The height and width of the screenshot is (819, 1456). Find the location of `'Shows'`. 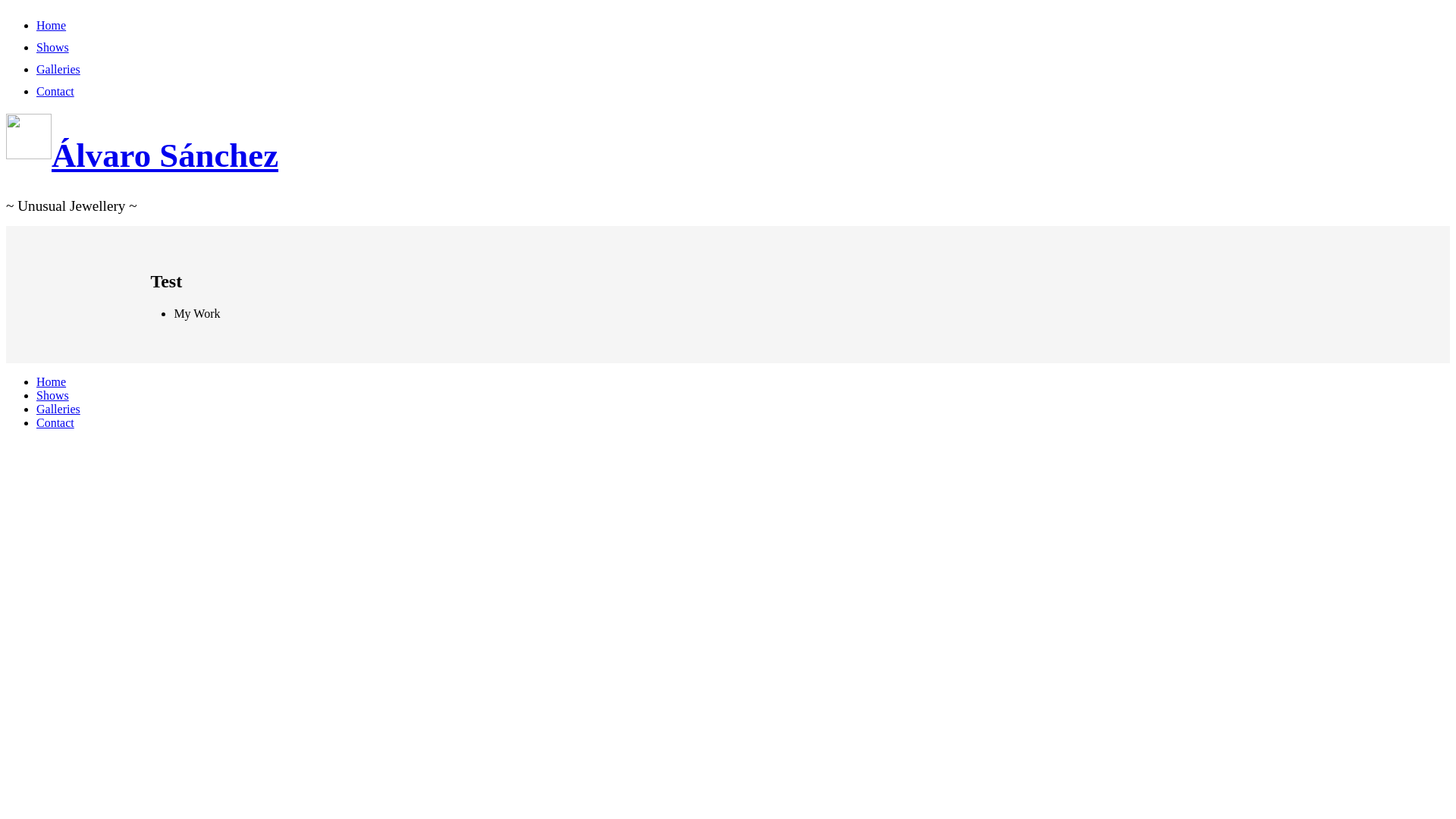

'Shows' is located at coordinates (36, 46).